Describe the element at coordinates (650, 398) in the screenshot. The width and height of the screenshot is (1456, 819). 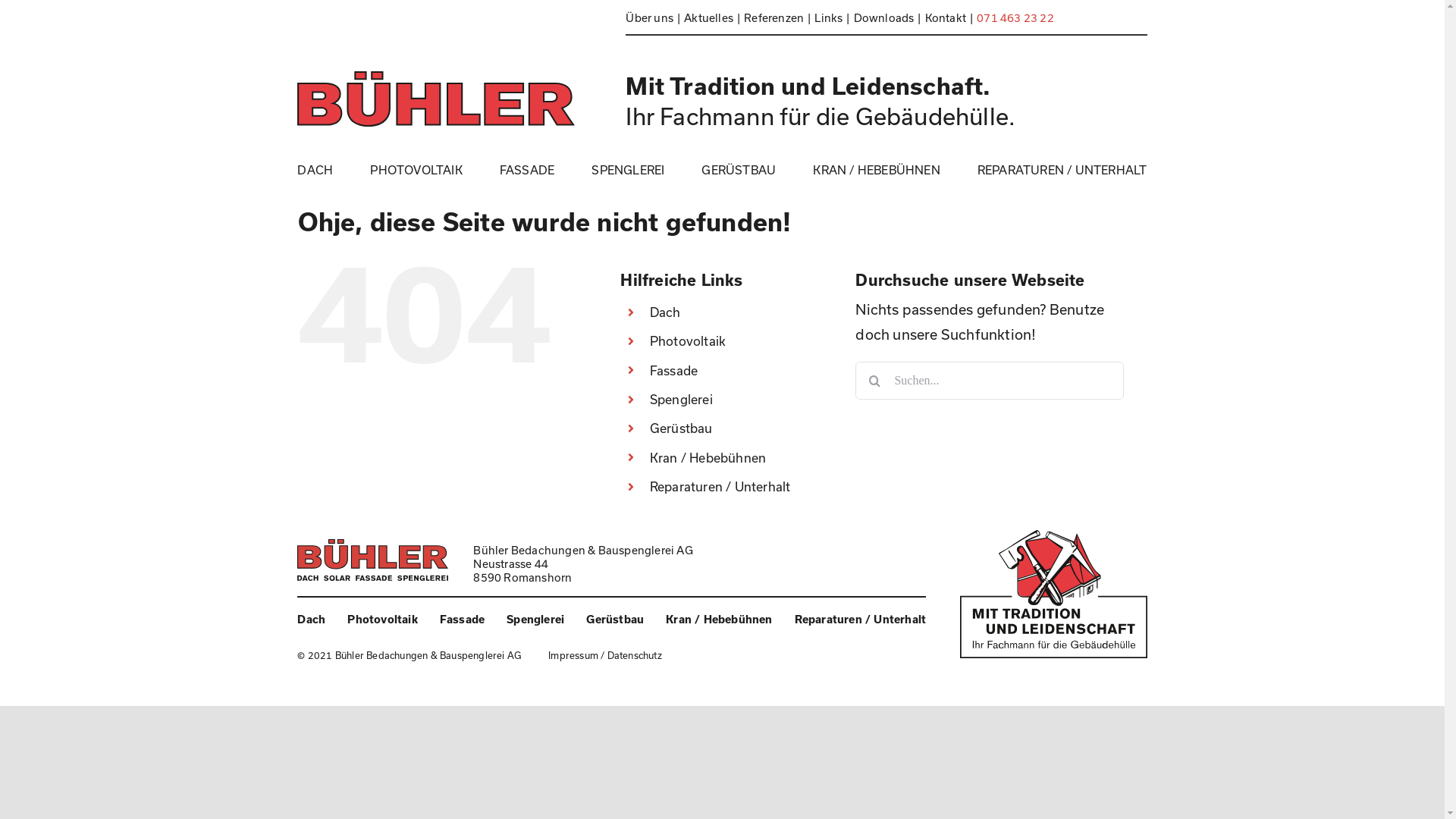
I see `'Spenglerei'` at that location.